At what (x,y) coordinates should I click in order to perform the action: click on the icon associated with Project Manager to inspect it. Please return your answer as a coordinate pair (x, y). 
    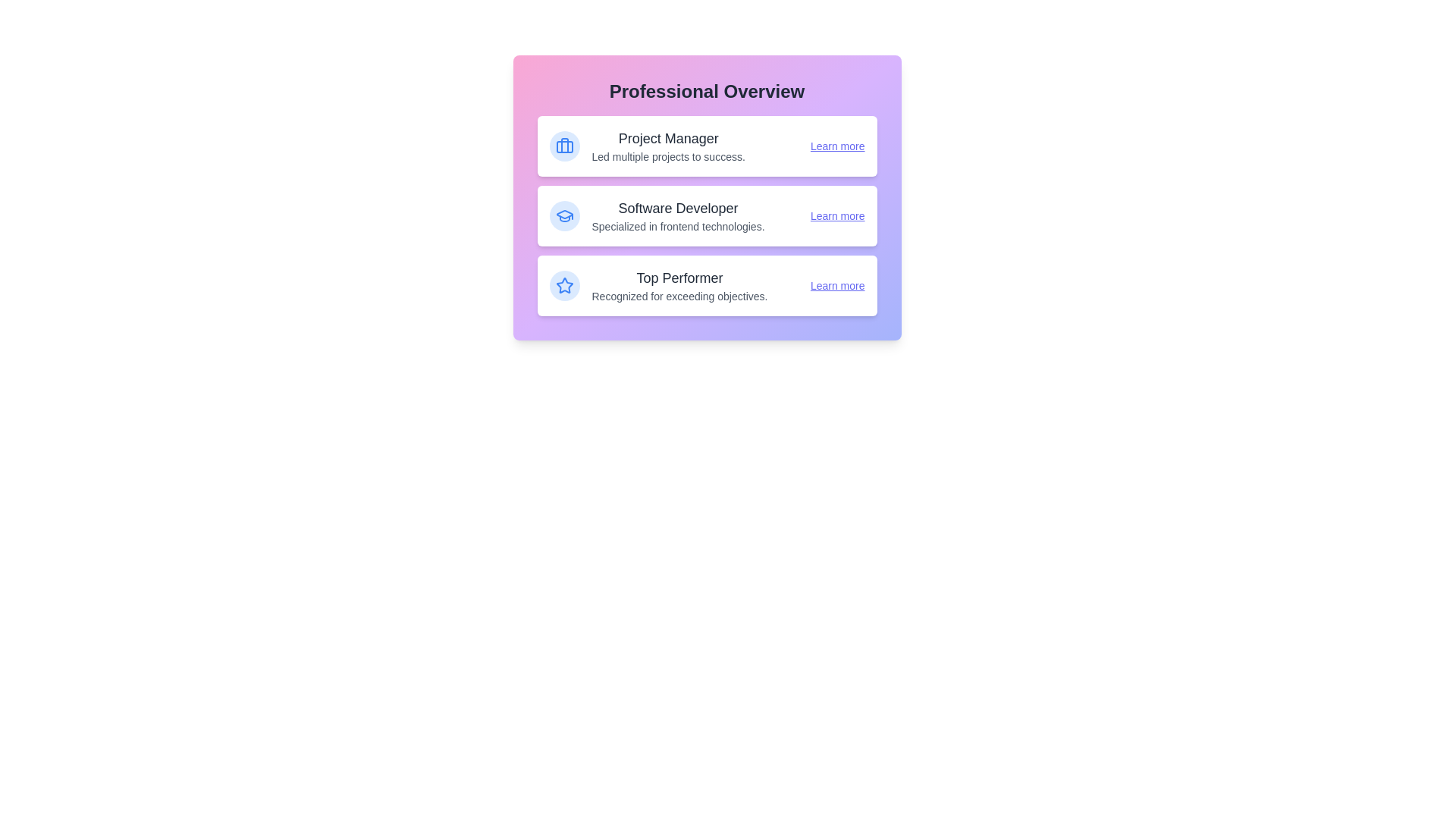
    Looking at the image, I should click on (563, 146).